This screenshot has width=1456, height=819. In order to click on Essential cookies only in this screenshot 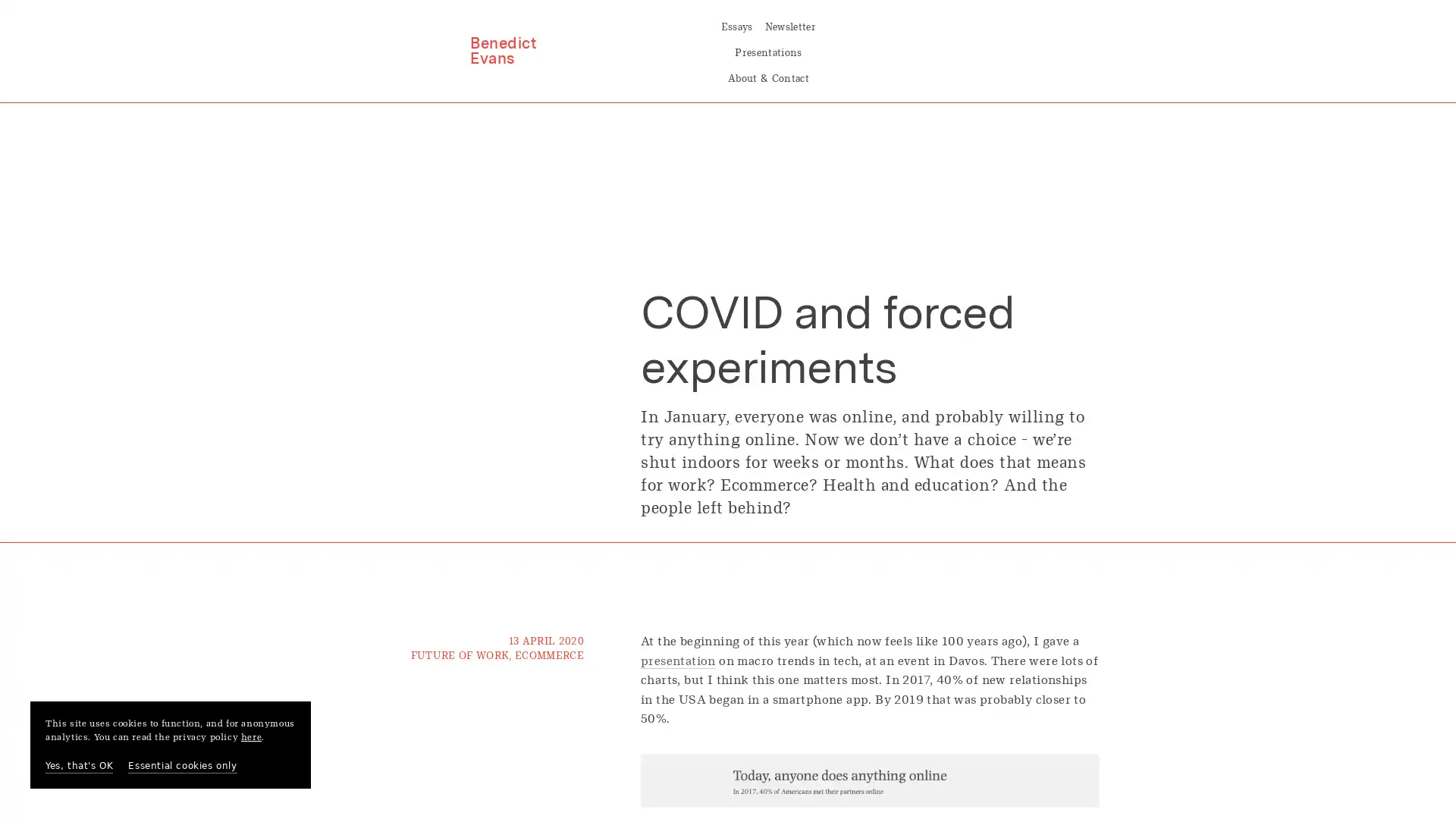, I will do `click(182, 766)`.